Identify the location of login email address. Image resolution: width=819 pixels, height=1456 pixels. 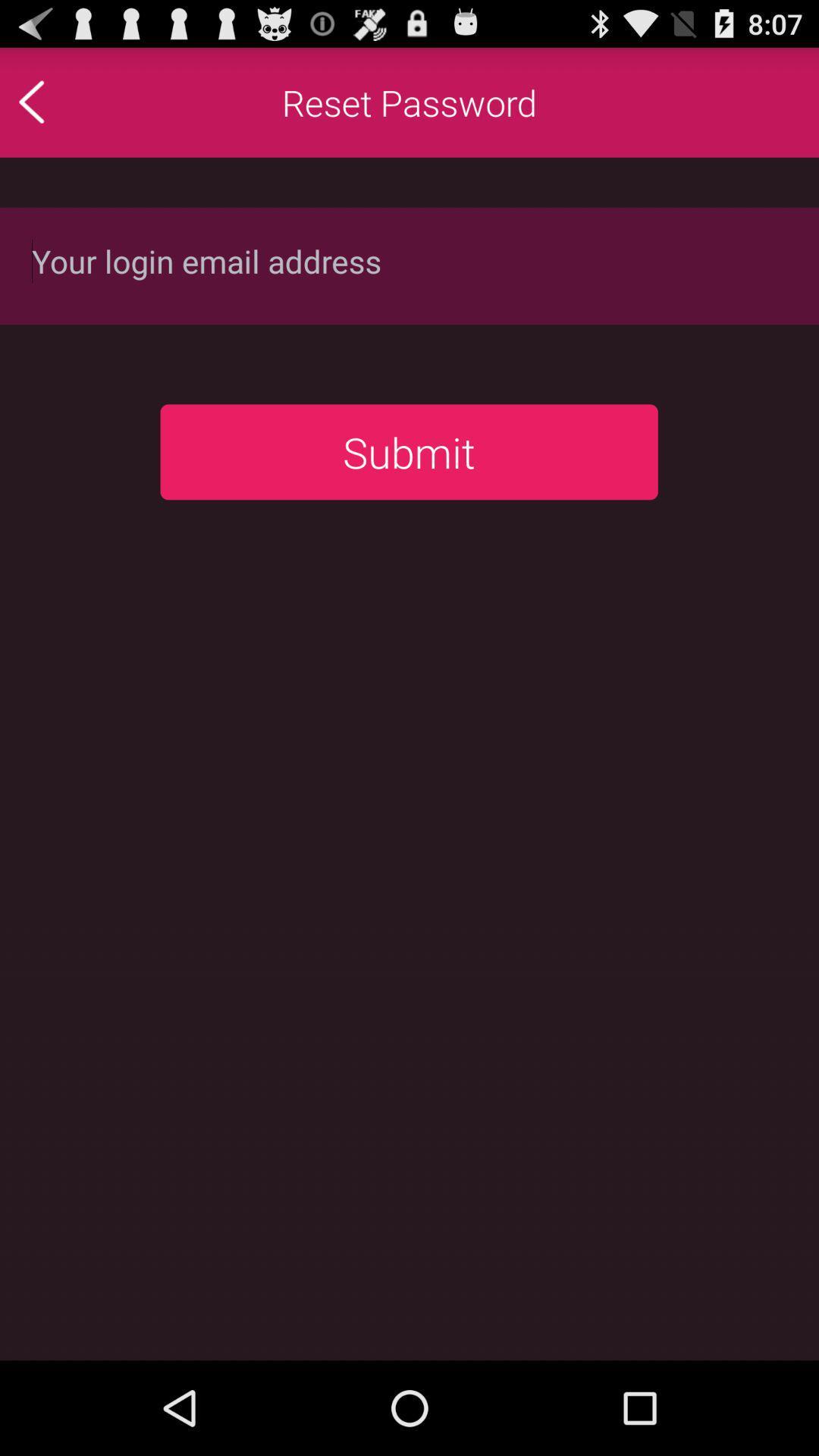
(409, 265).